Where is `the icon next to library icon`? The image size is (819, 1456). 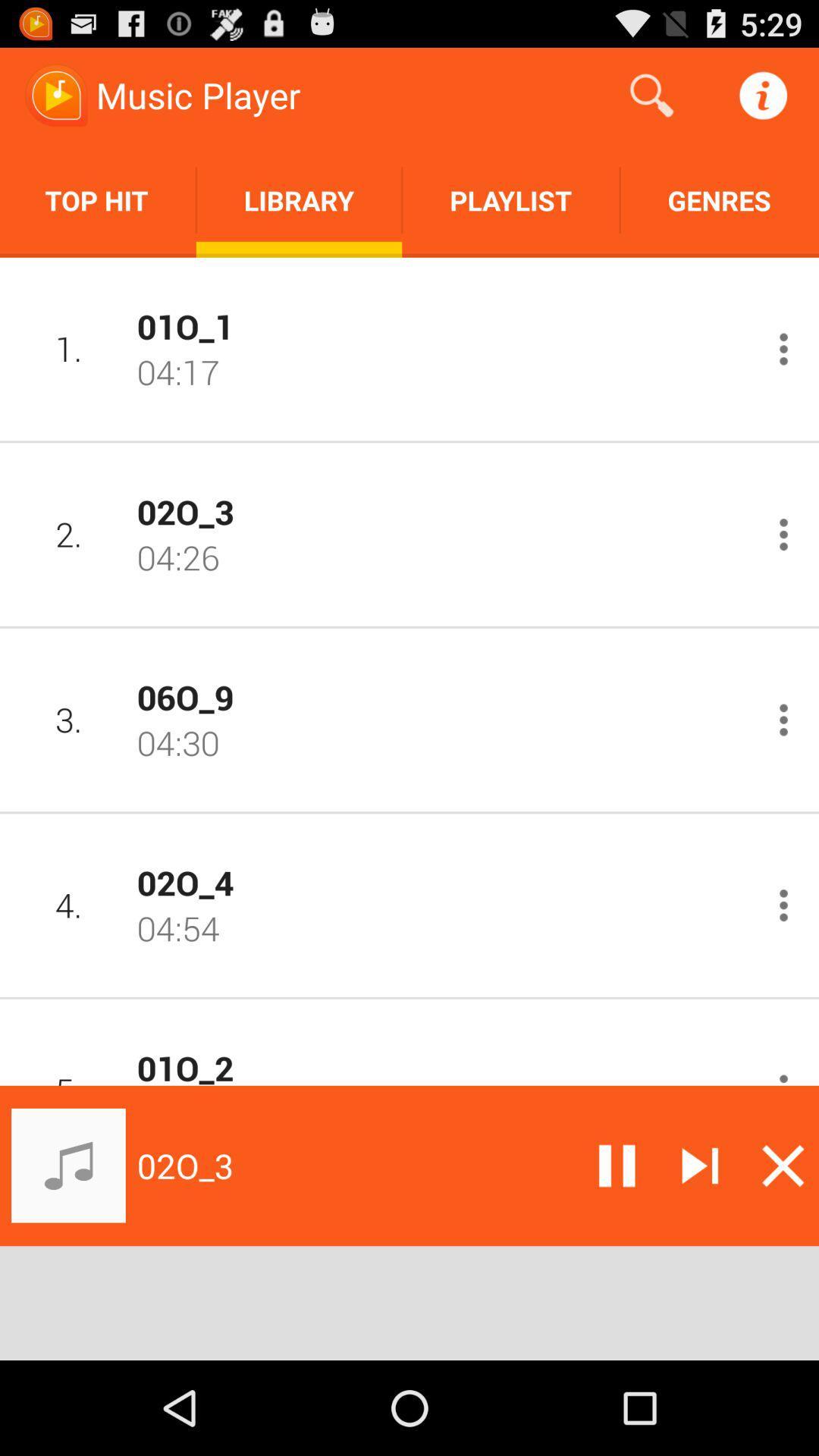
the icon next to library icon is located at coordinates (98, 199).